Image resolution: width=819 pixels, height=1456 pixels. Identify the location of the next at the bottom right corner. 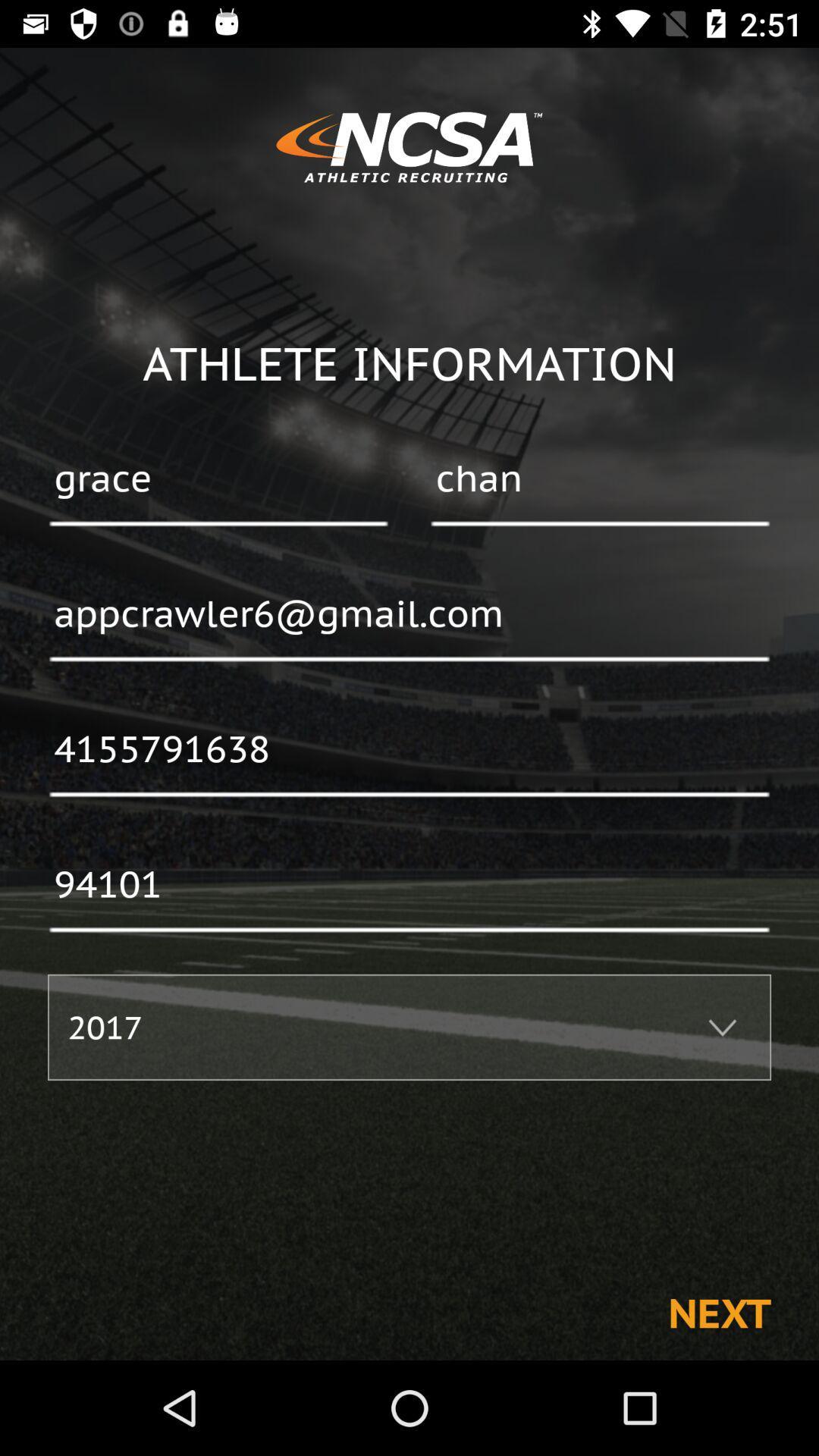
(719, 1312).